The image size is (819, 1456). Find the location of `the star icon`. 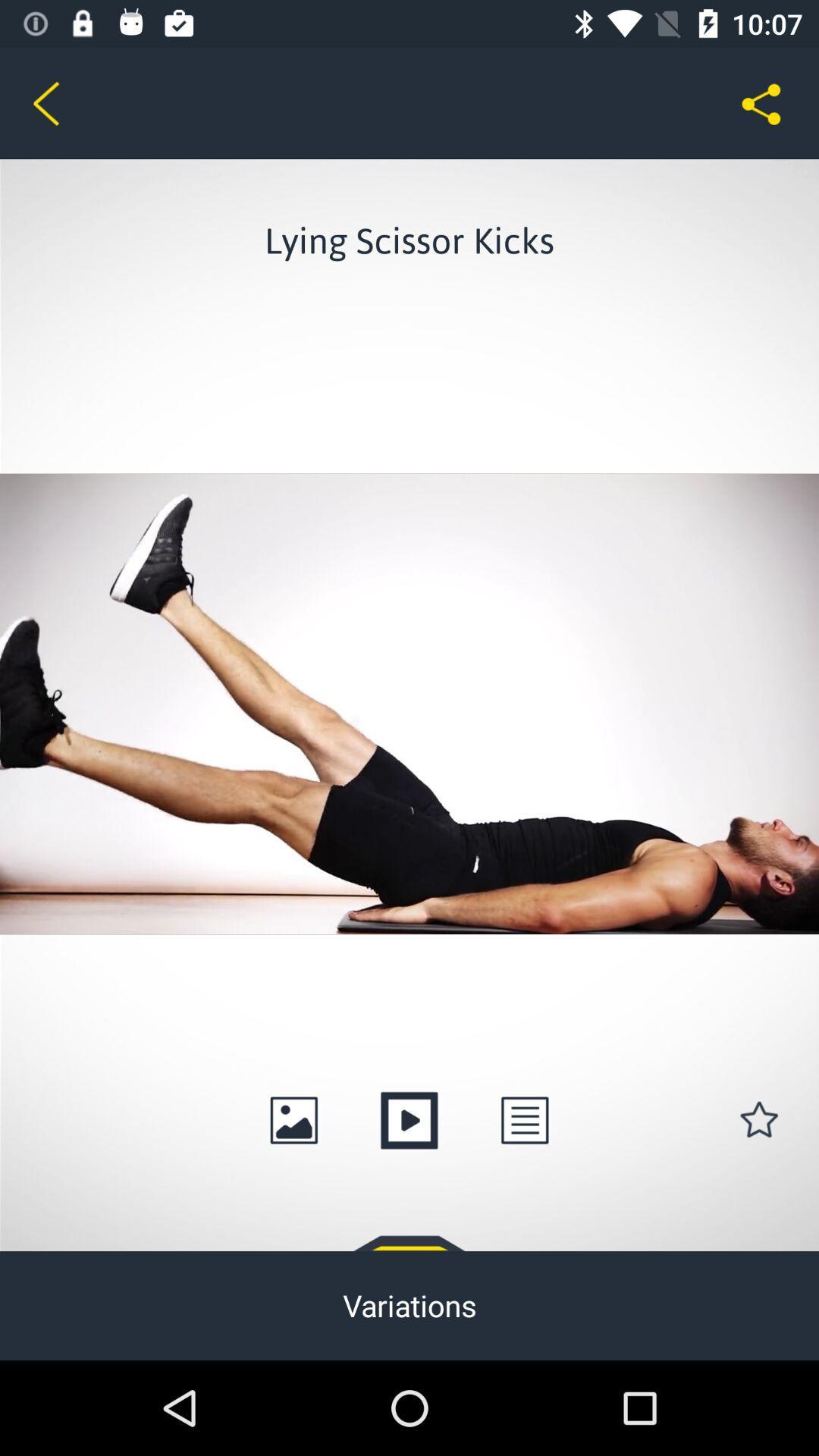

the star icon is located at coordinates (759, 1119).